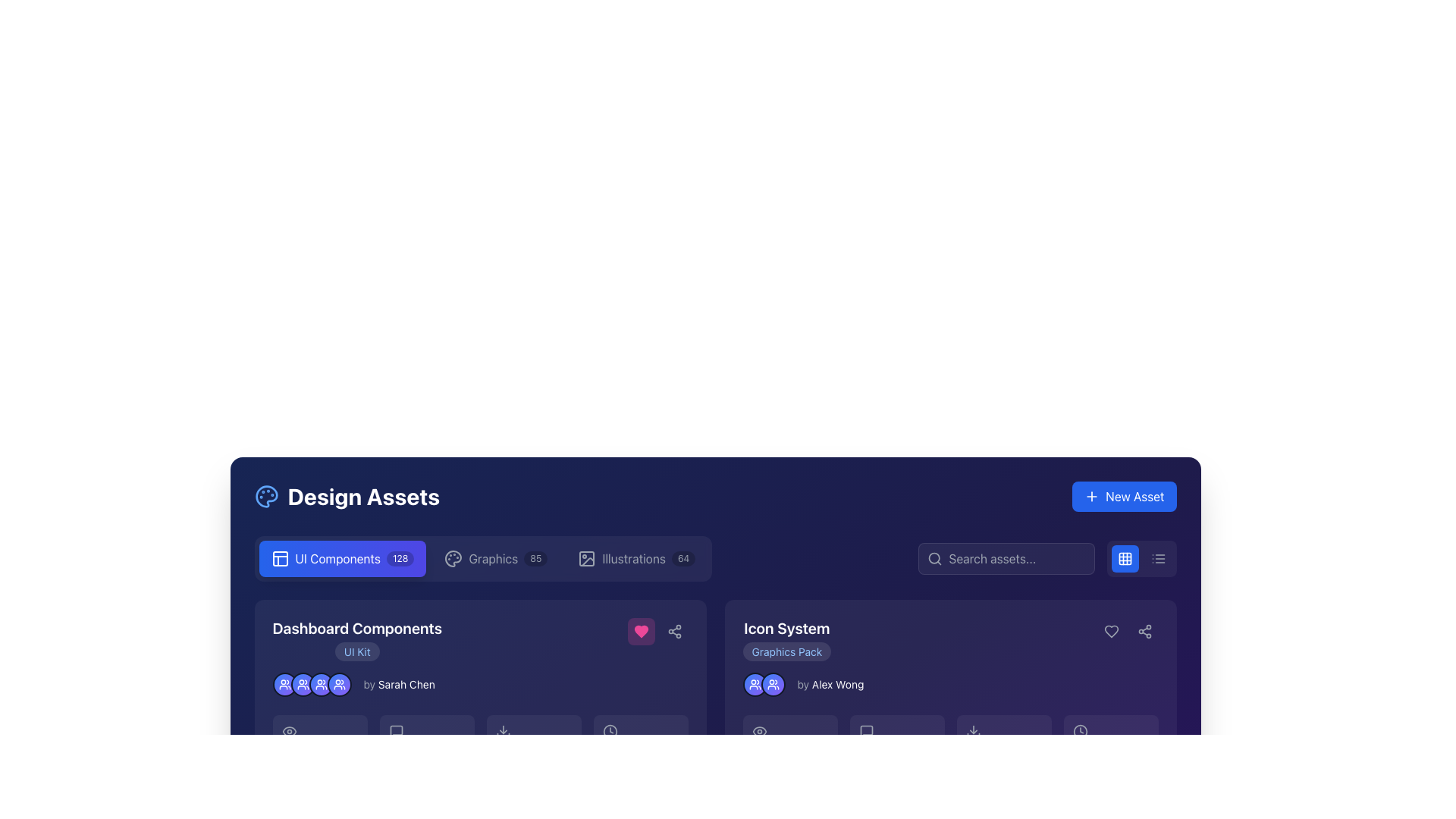 This screenshot has height=819, width=1456. What do you see at coordinates (973, 730) in the screenshot?
I see `the download icon located at the bottom-center of the card displaying '567' to initiate the download` at bounding box center [973, 730].